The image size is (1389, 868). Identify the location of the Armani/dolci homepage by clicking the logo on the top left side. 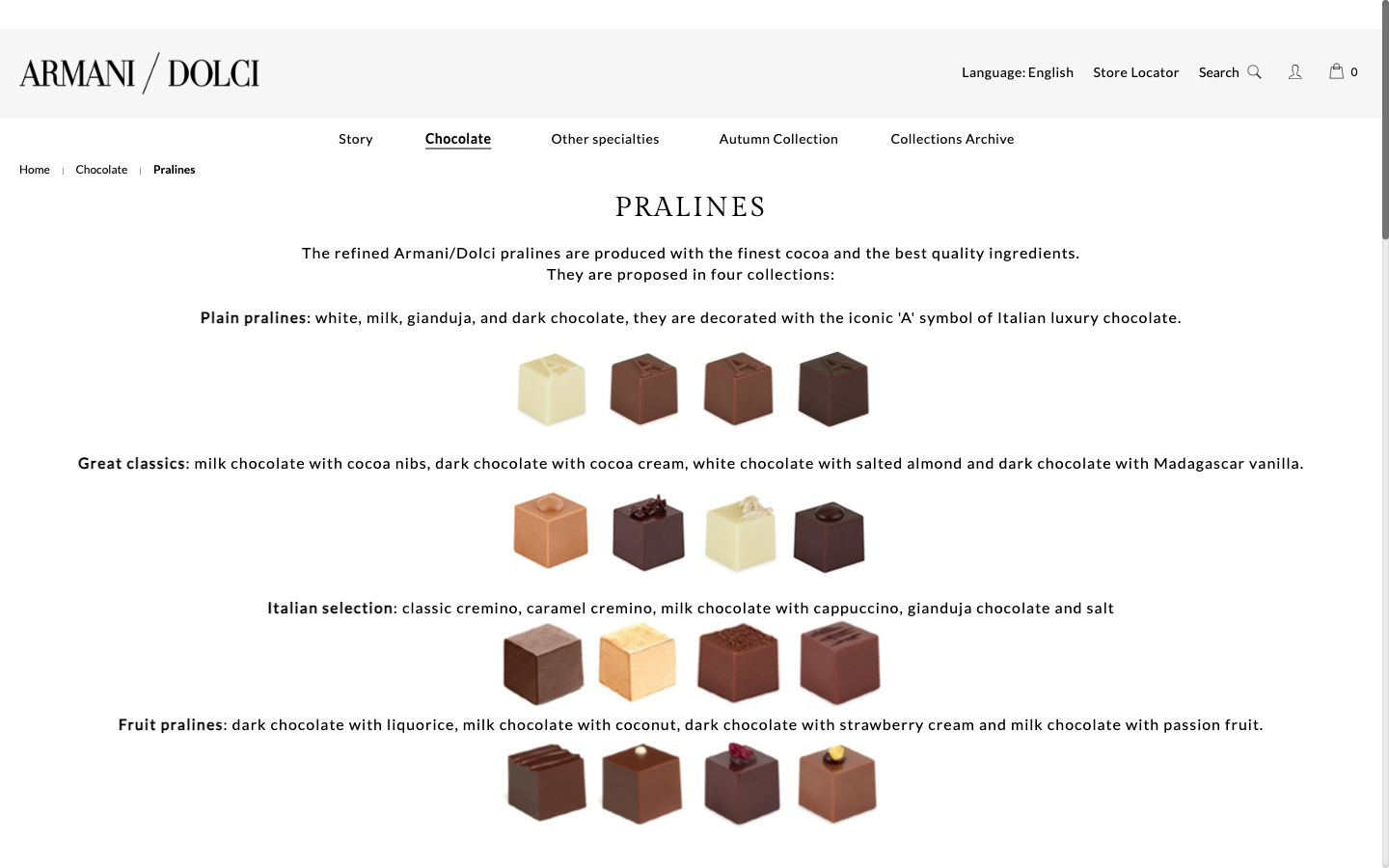
(139, 71).